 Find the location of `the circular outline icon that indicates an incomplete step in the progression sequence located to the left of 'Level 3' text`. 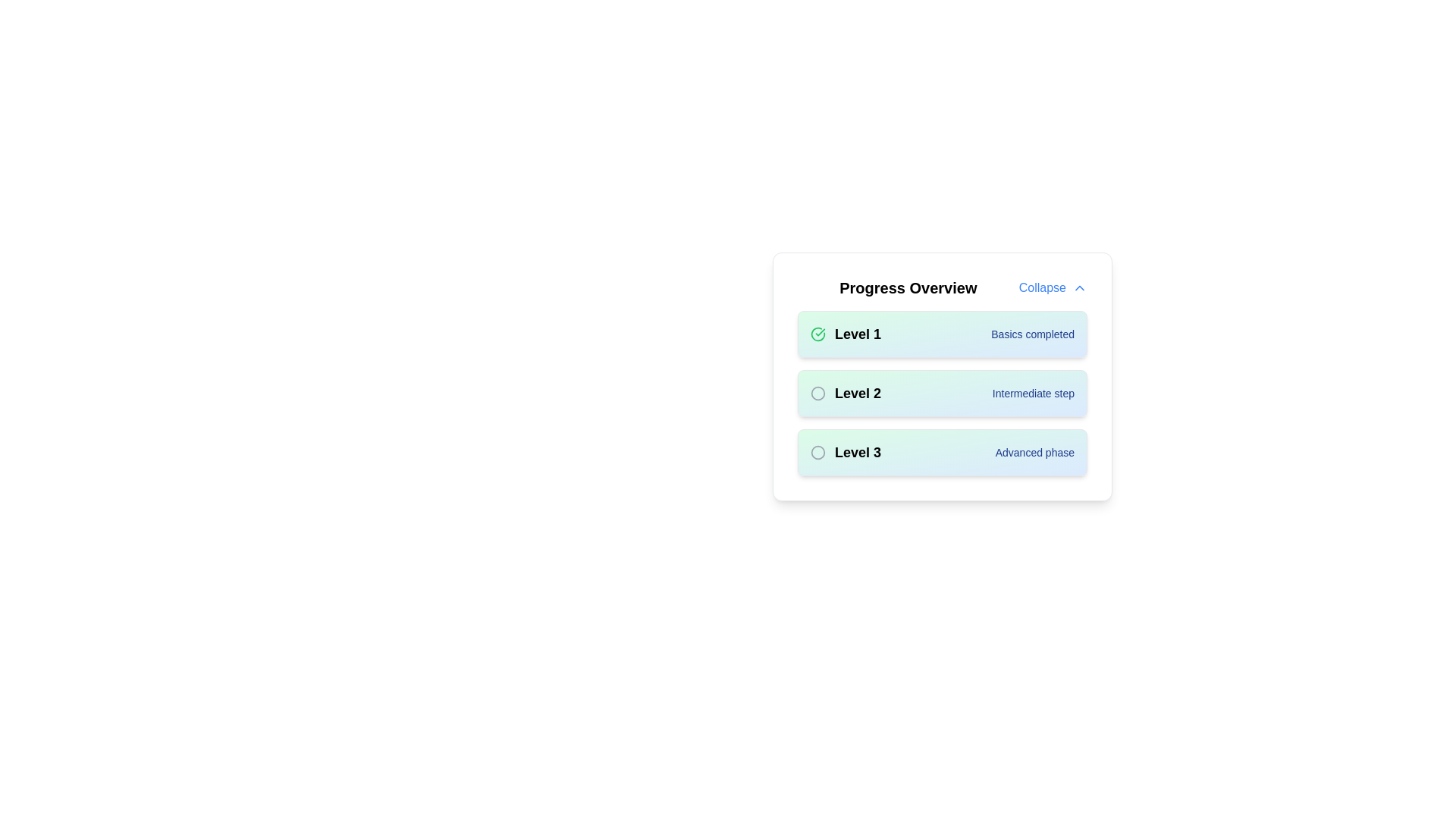

the circular outline icon that indicates an incomplete step in the progression sequence located to the left of 'Level 3' text is located at coordinates (817, 452).